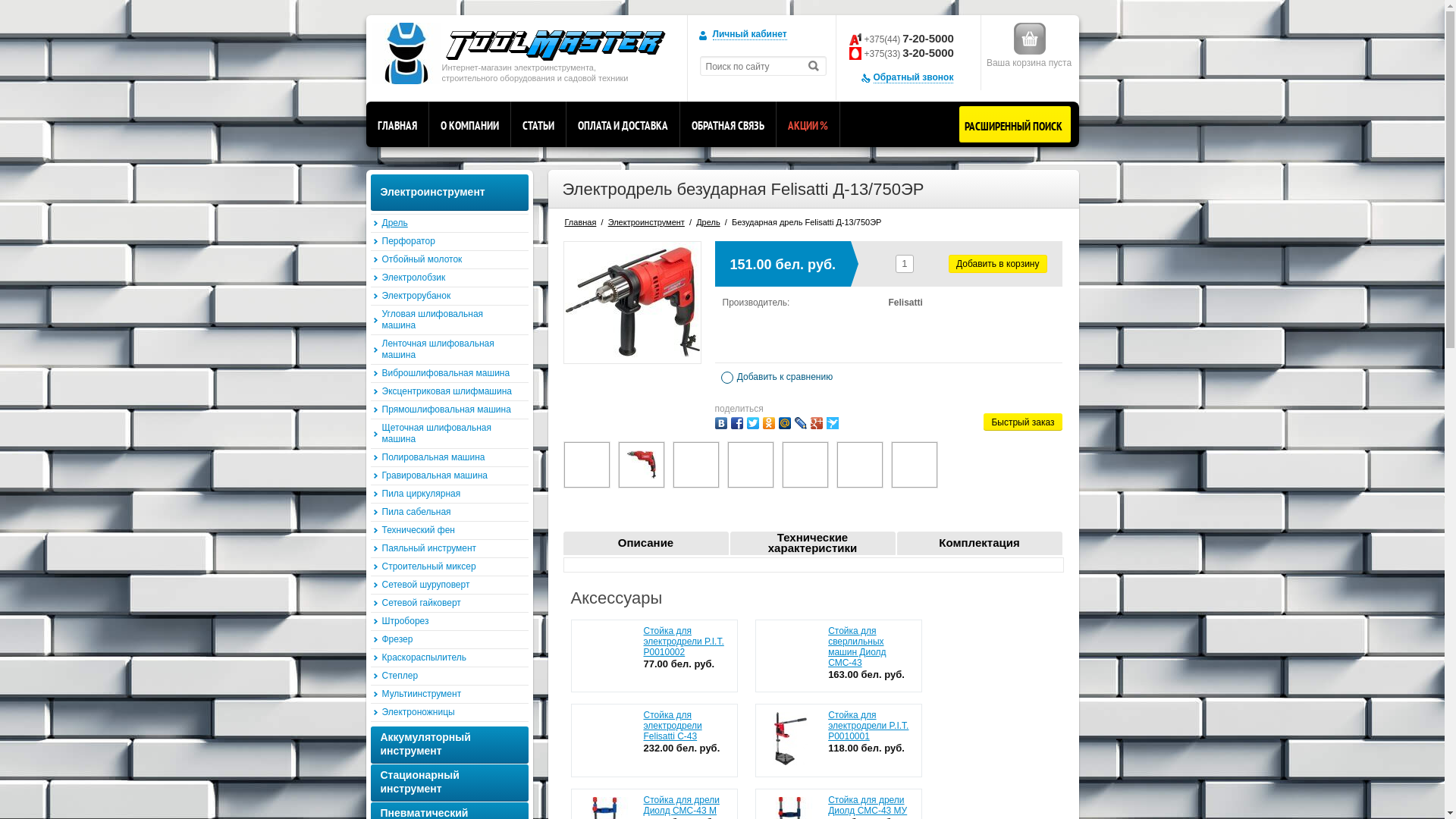 This screenshot has height=819, width=1456. What do you see at coordinates (736, 423) in the screenshot?
I see `'Facebook'` at bounding box center [736, 423].